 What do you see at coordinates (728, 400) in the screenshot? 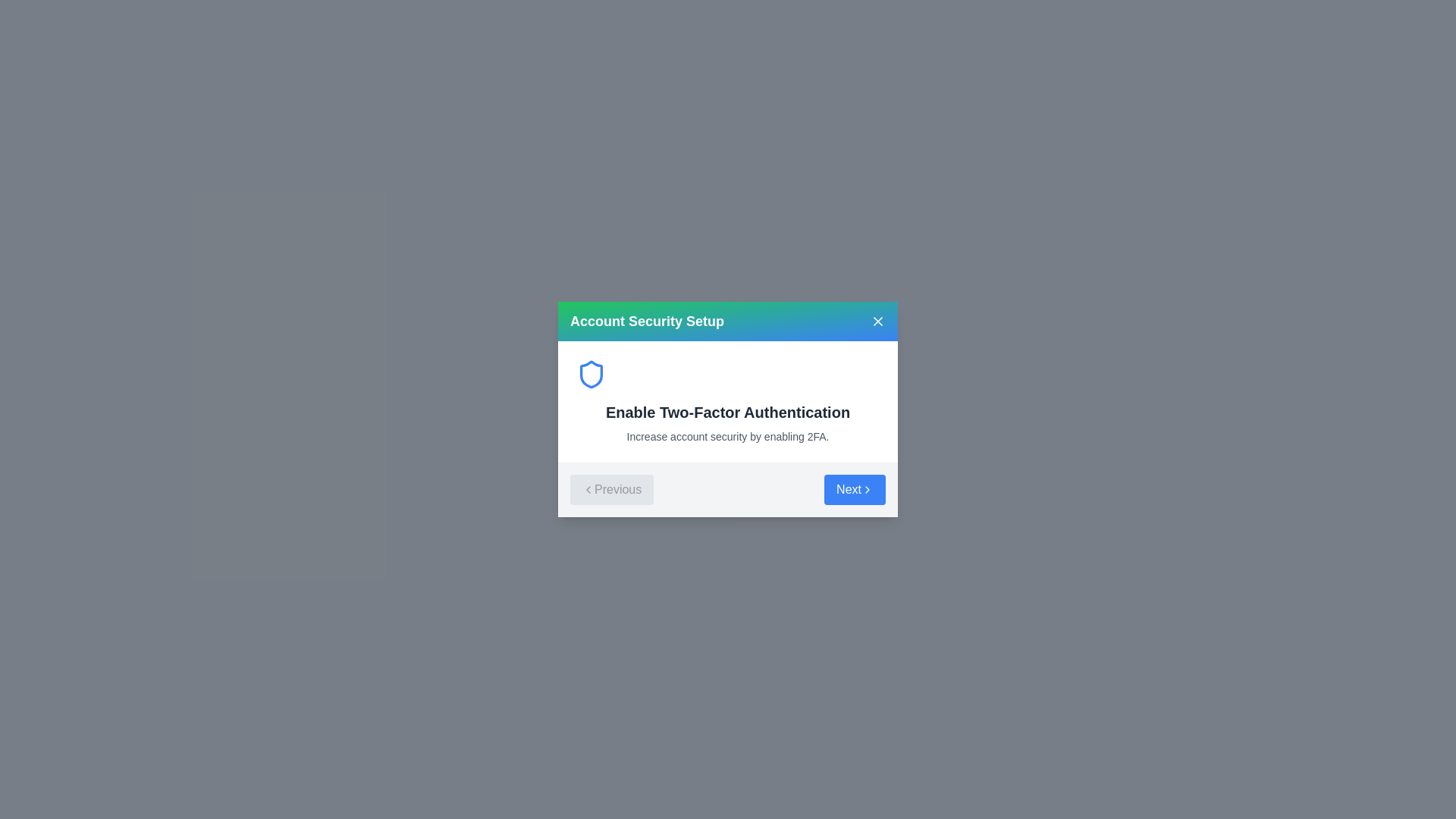
I see `informational content block titled 'Enable Two-Factor Authentication' which includes a blue shield icon, a bold heading, and a descriptive text about increasing account security` at bounding box center [728, 400].